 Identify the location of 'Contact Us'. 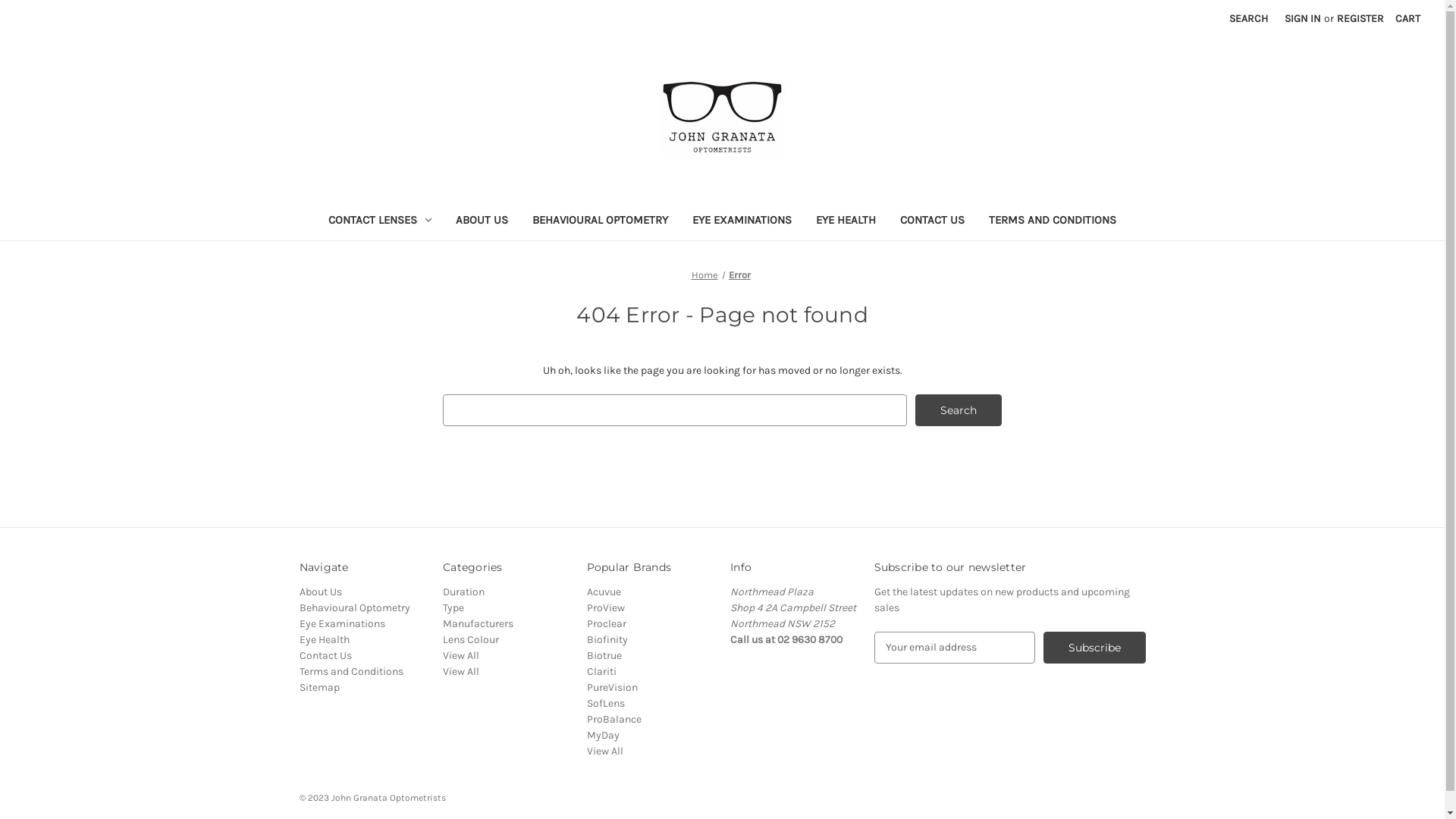
(298, 654).